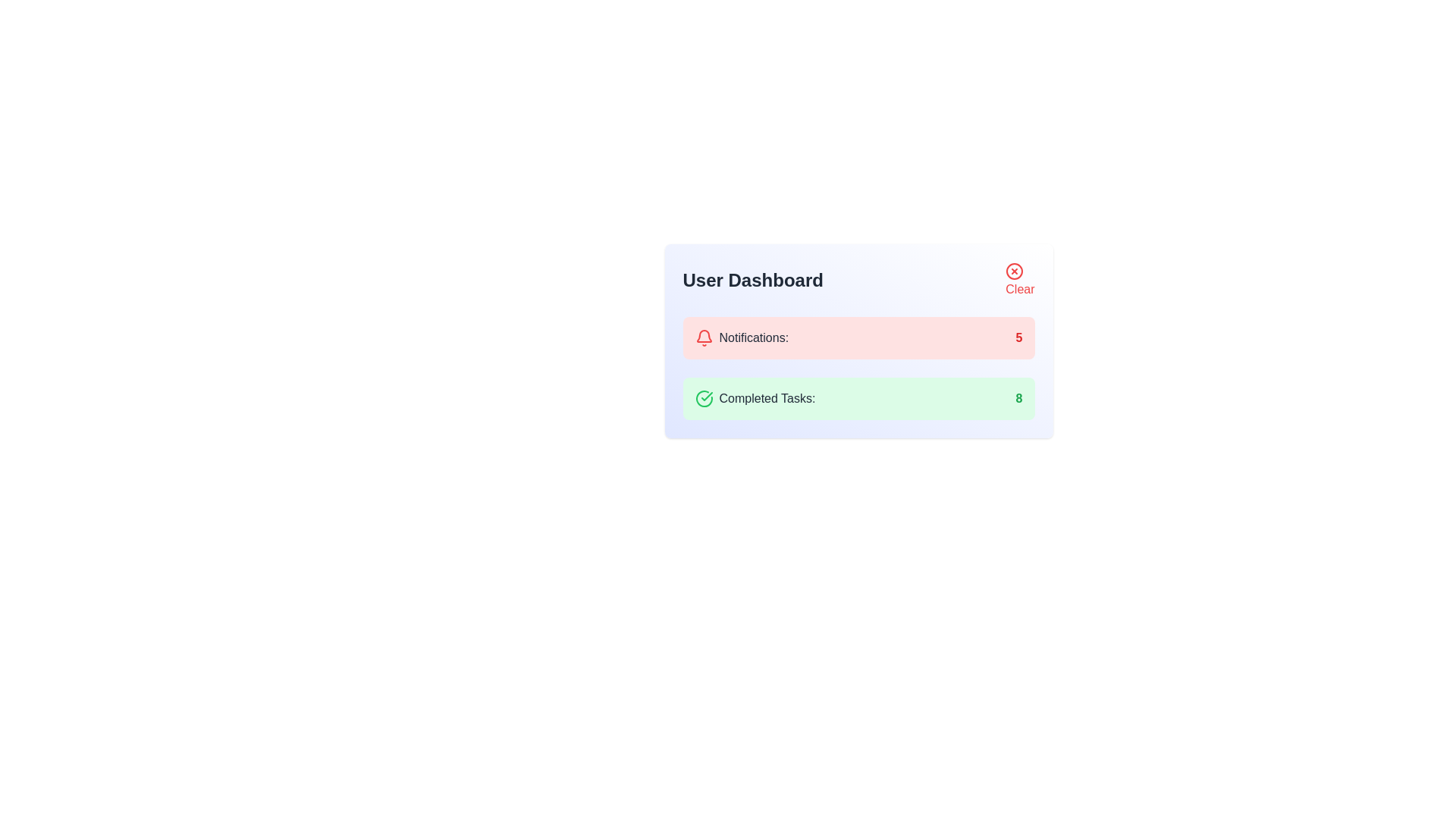 The width and height of the screenshot is (1456, 819). Describe the element at coordinates (703, 397) in the screenshot. I see `the circular icon with a green checkmark that indicates successful completion, located to the left of the 'Completed Tasks:' label` at that location.